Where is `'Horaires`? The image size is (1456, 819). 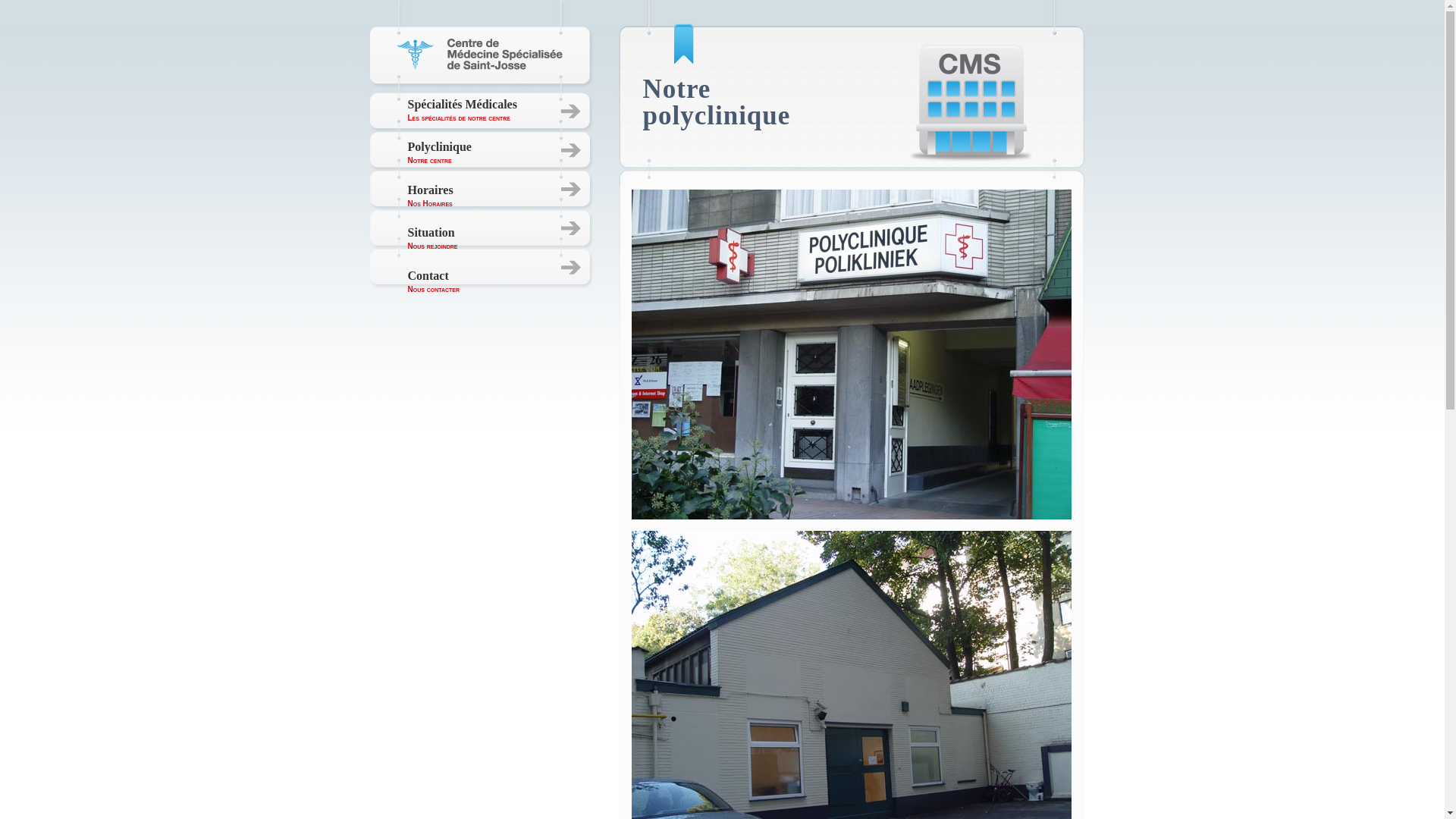 'Horaires is located at coordinates (429, 195).